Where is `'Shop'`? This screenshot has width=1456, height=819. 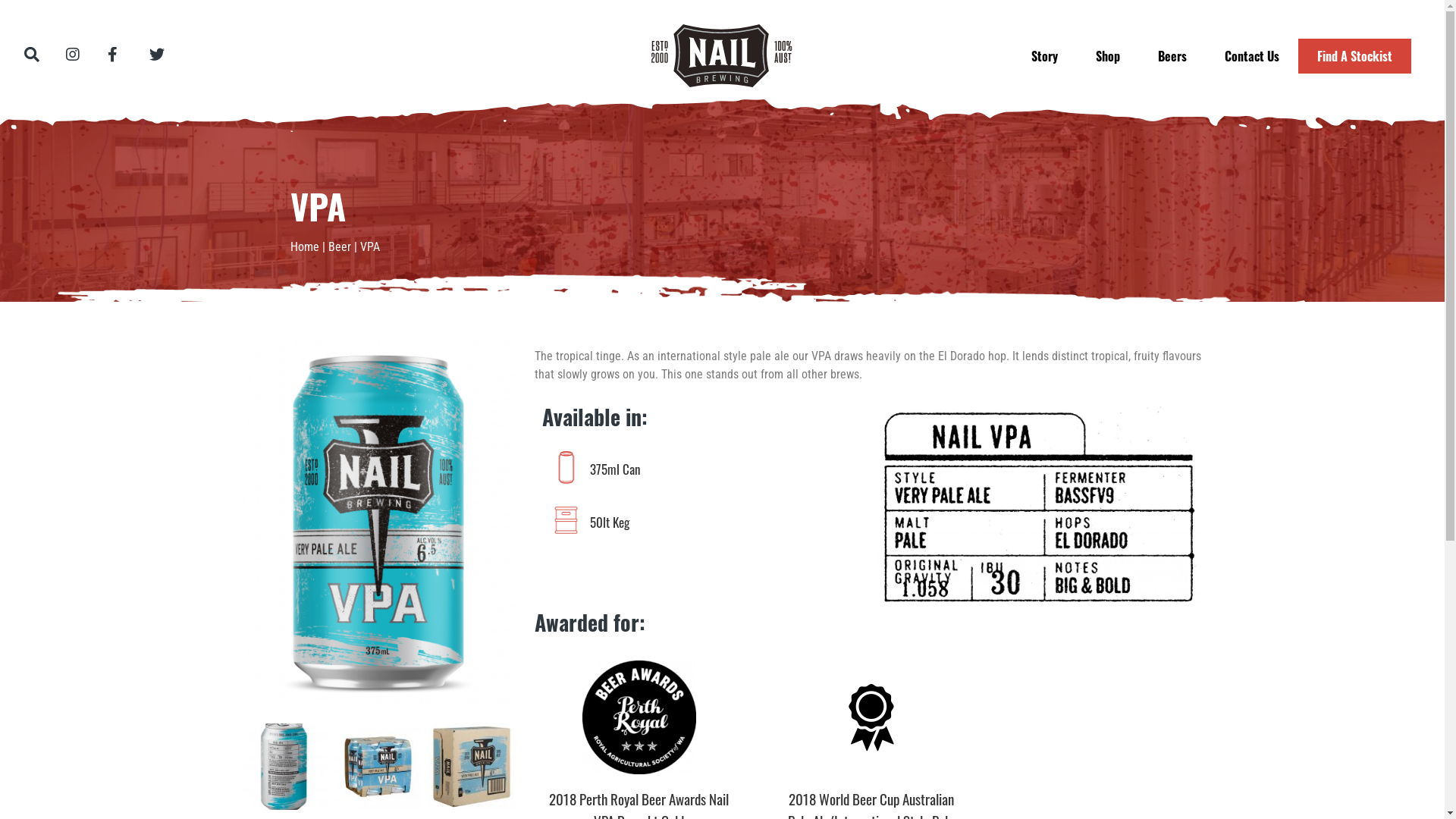
'Shop' is located at coordinates (1107, 55).